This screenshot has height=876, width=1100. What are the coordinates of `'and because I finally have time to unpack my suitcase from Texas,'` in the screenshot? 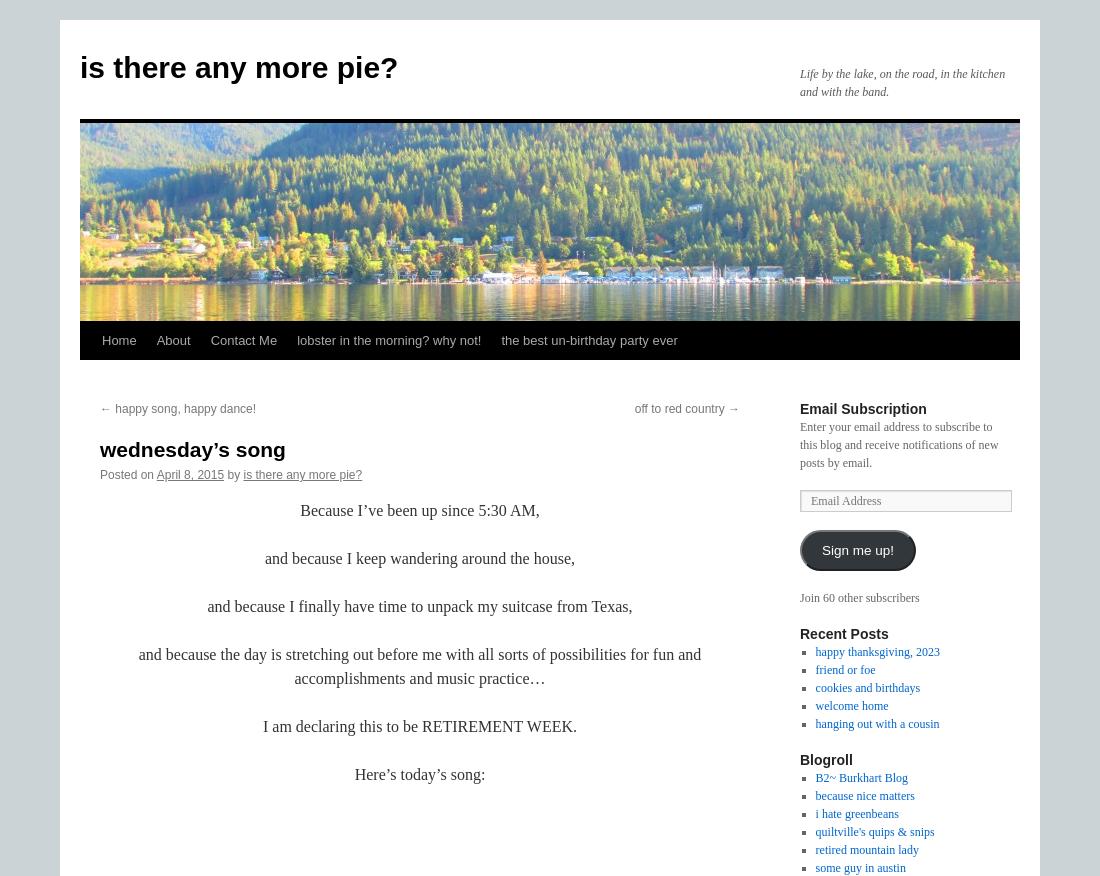 It's located at (418, 606).